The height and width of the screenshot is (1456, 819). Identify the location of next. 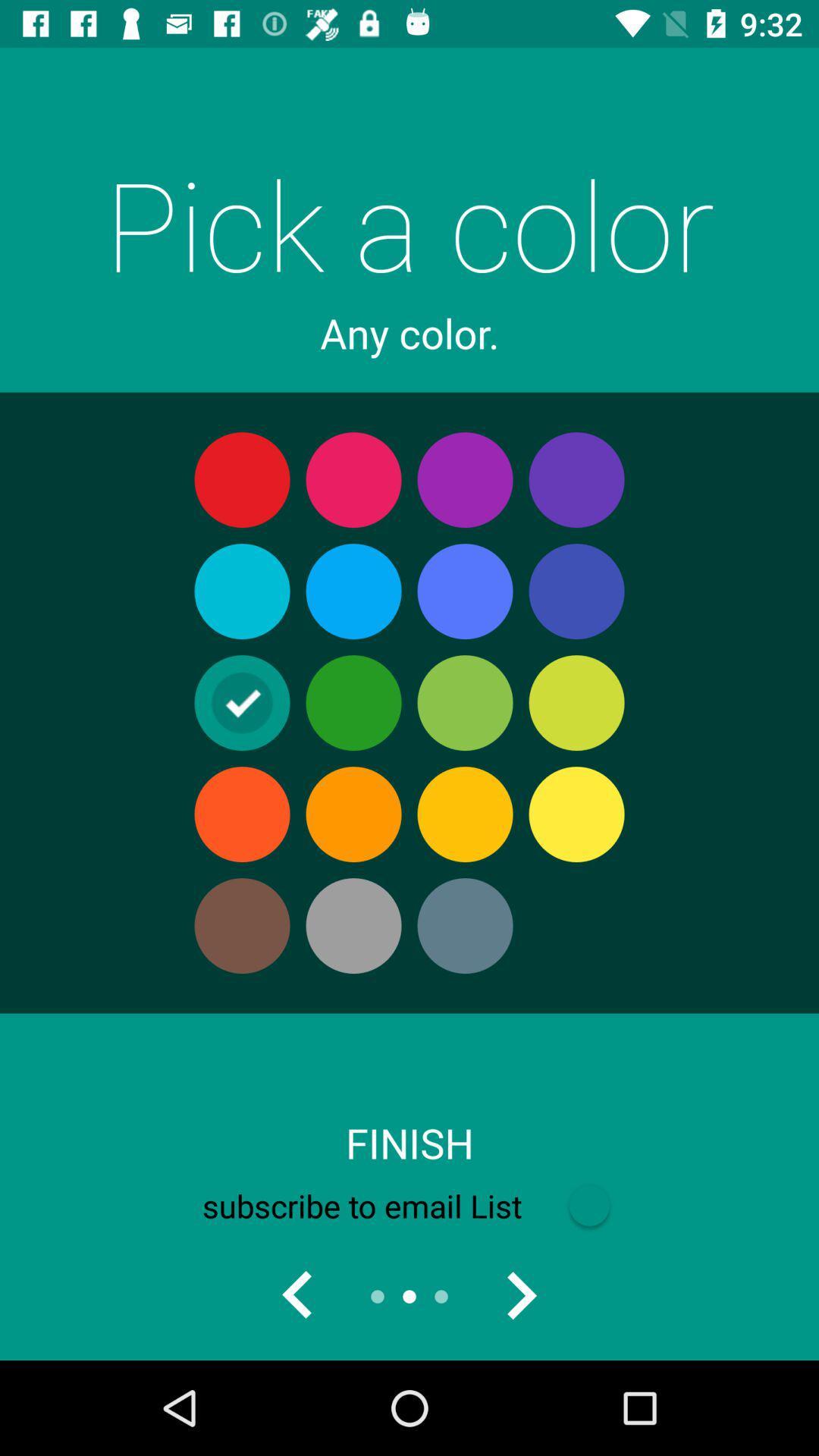
(519, 1295).